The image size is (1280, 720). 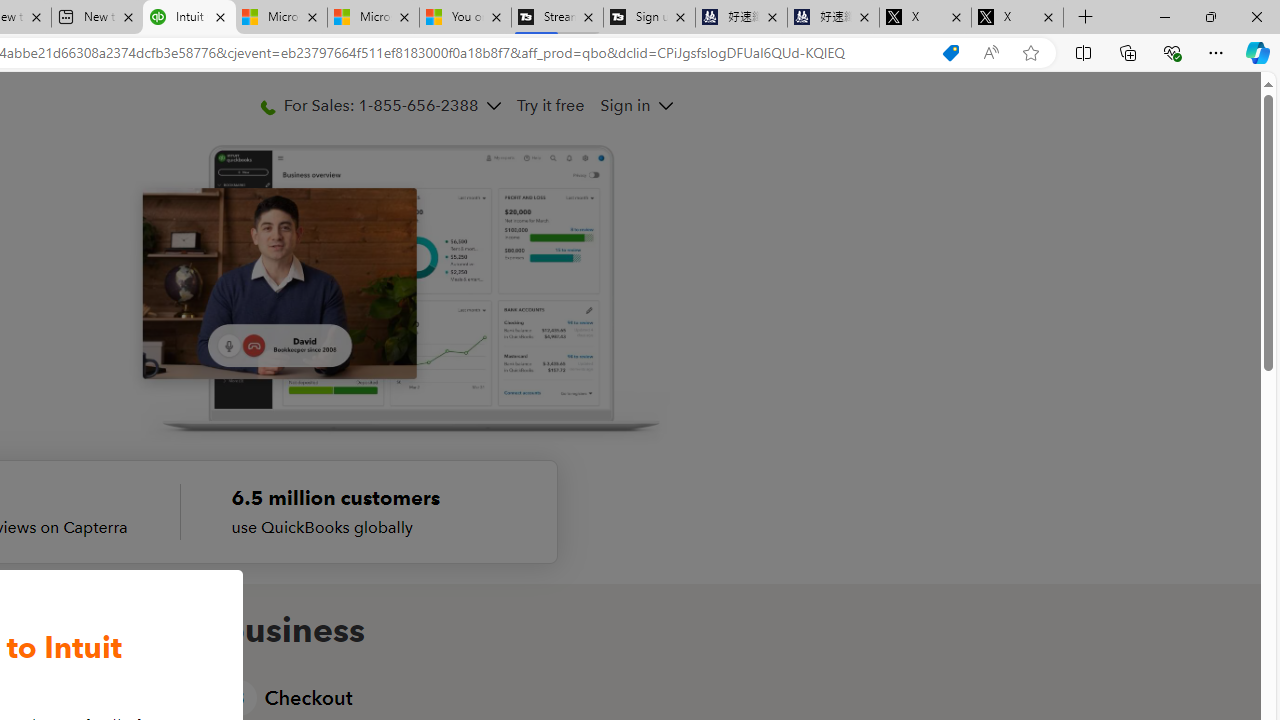 I want to click on 'Streaming Coverage | T3', so click(x=557, y=17).